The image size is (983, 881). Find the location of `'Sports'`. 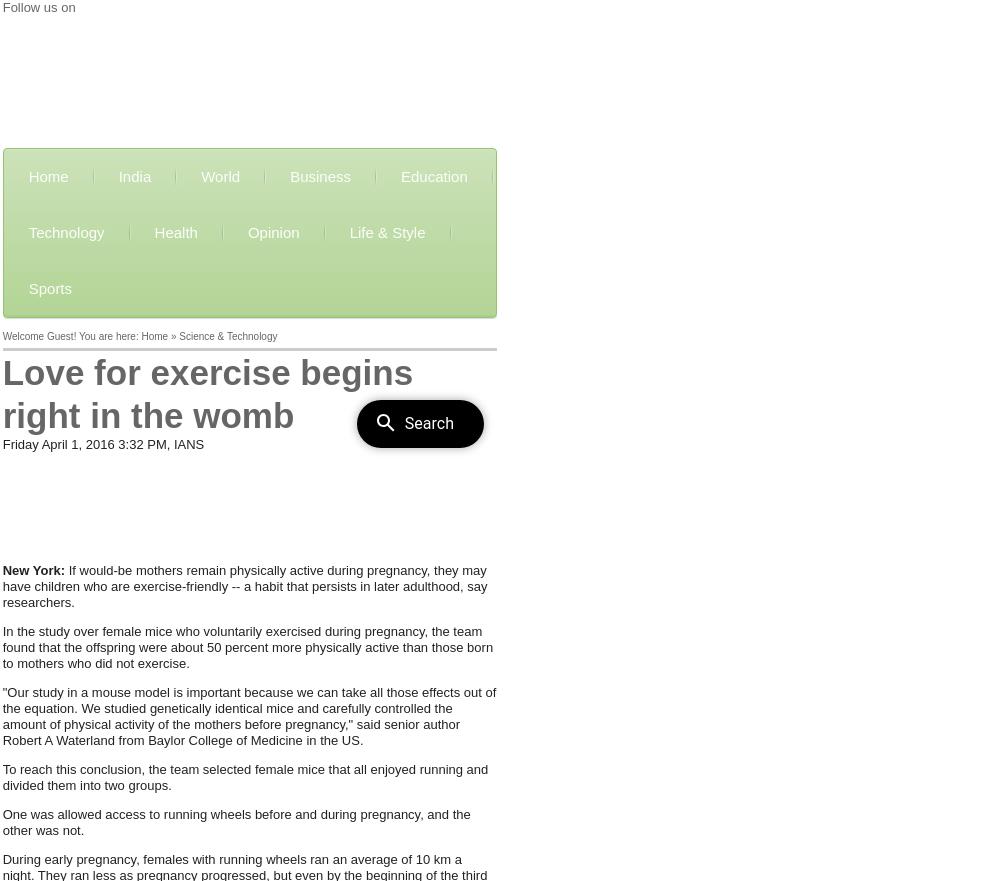

'Sports' is located at coordinates (49, 287).